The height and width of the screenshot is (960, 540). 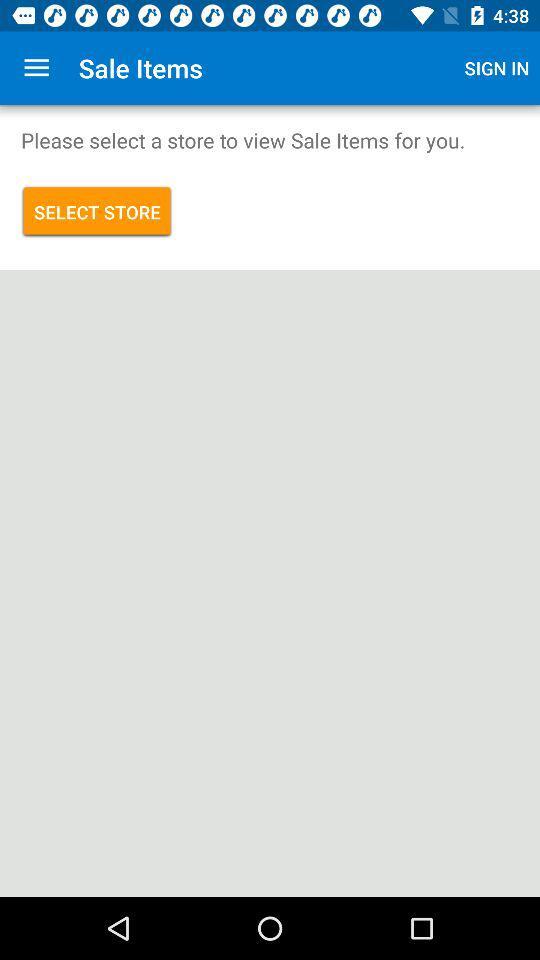 What do you see at coordinates (36, 68) in the screenshot?
I see `icon next to the sale items app` at bounding box center [36, 68].